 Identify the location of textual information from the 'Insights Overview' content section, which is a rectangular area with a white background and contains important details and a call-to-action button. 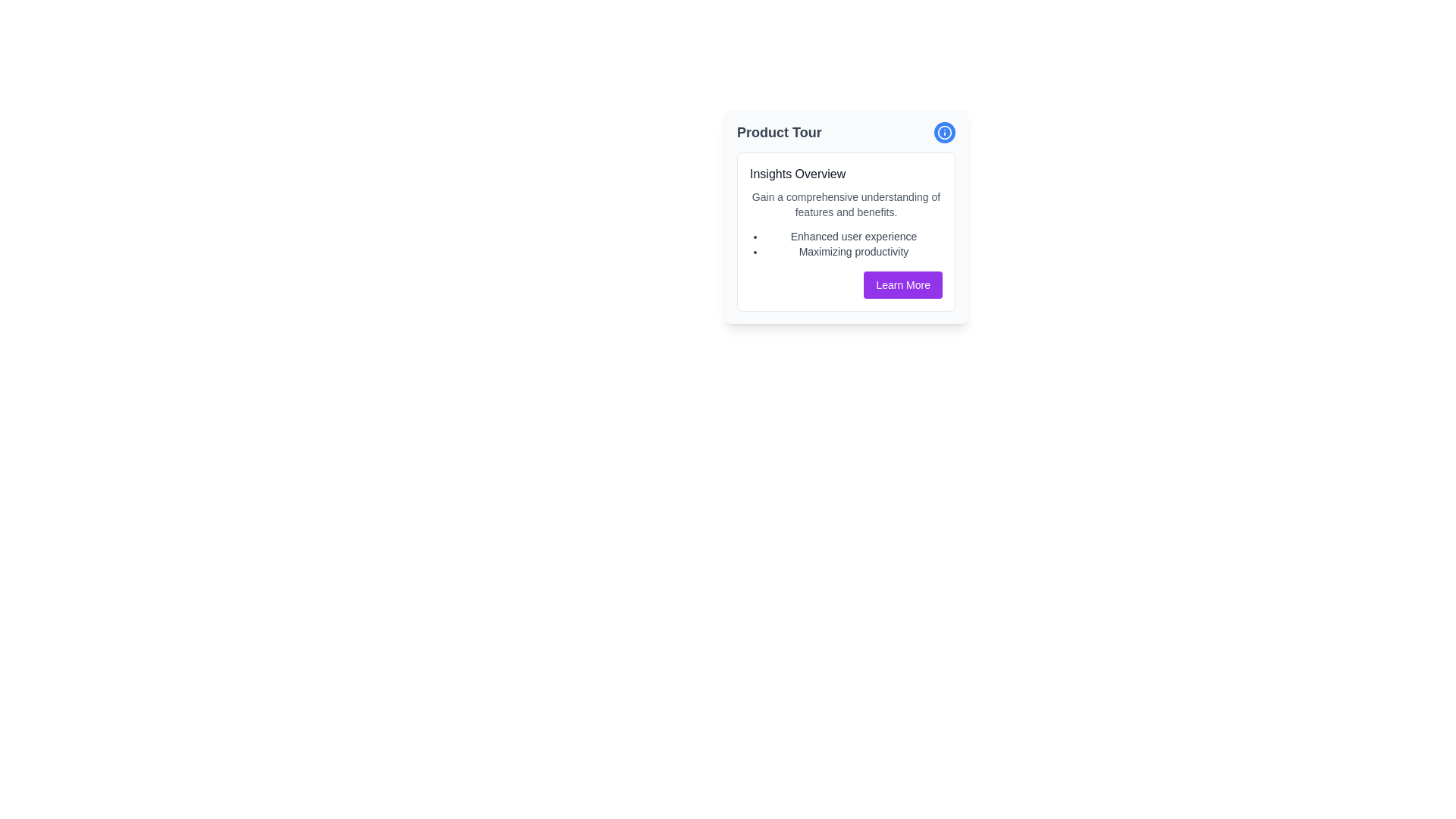
(846, 231).